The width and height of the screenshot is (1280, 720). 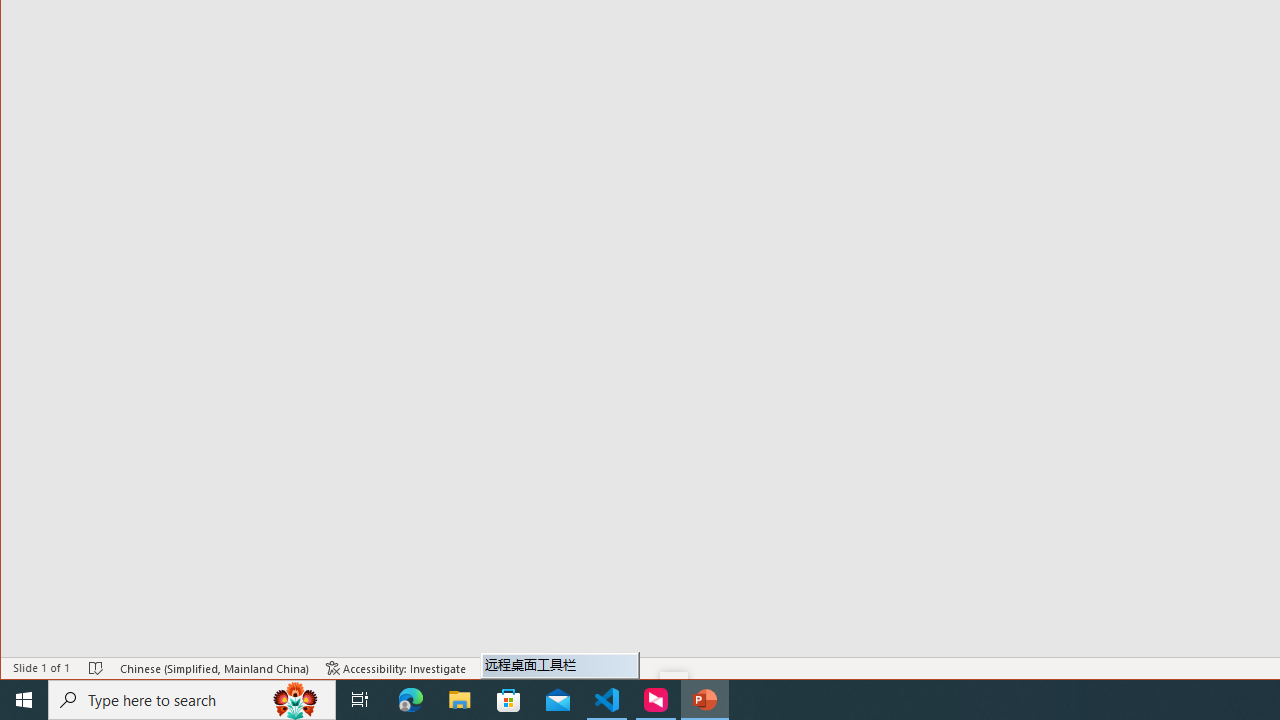 What do you see at coordinates (606, 698) in the screenshot?
I see `'Visual Studio Code - 1 running window'` at bounding box center [606, 698].